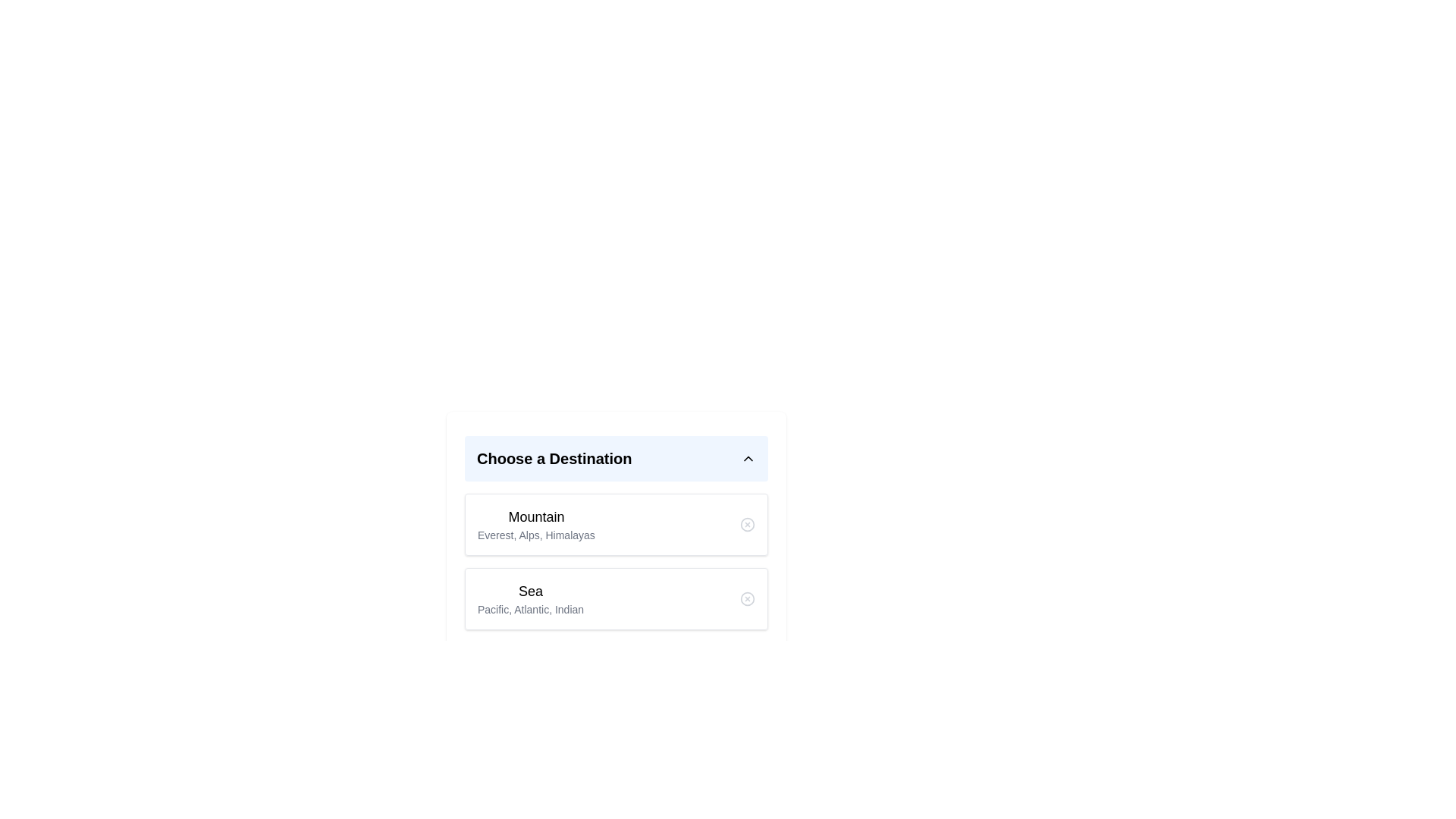  I want to click on the silver-gray circular part of the cancel or remove button located within the 'Mountain' list item under the 'Choose a Destination' dropdown, positioned to the right of the 'Mountain' label, so click(747, 523).